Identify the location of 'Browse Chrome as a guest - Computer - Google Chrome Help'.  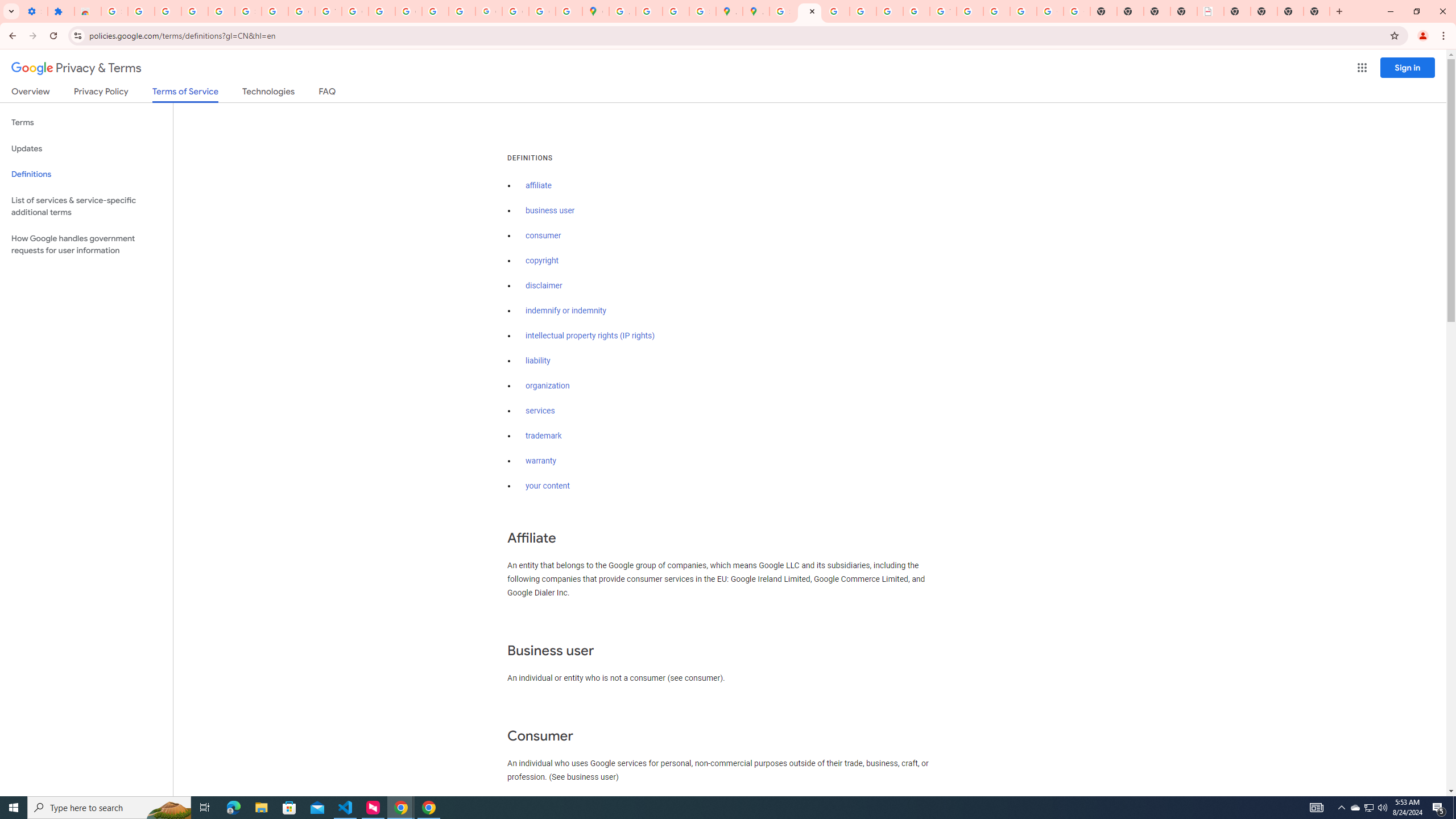
(970, 11).